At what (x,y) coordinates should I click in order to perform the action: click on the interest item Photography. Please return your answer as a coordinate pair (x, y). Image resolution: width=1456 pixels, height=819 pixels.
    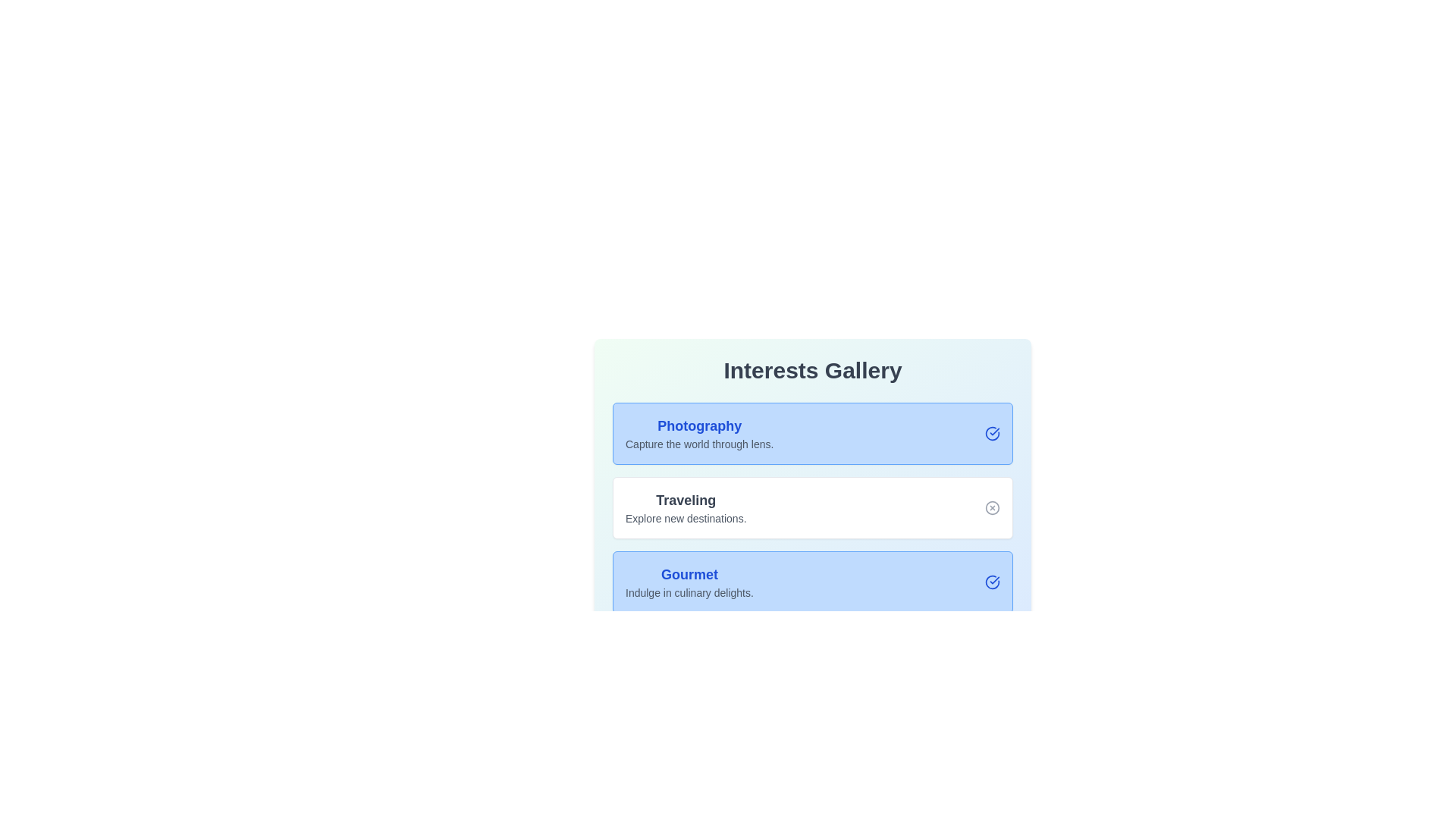
    Looking at the image, I should click on (993, 433).